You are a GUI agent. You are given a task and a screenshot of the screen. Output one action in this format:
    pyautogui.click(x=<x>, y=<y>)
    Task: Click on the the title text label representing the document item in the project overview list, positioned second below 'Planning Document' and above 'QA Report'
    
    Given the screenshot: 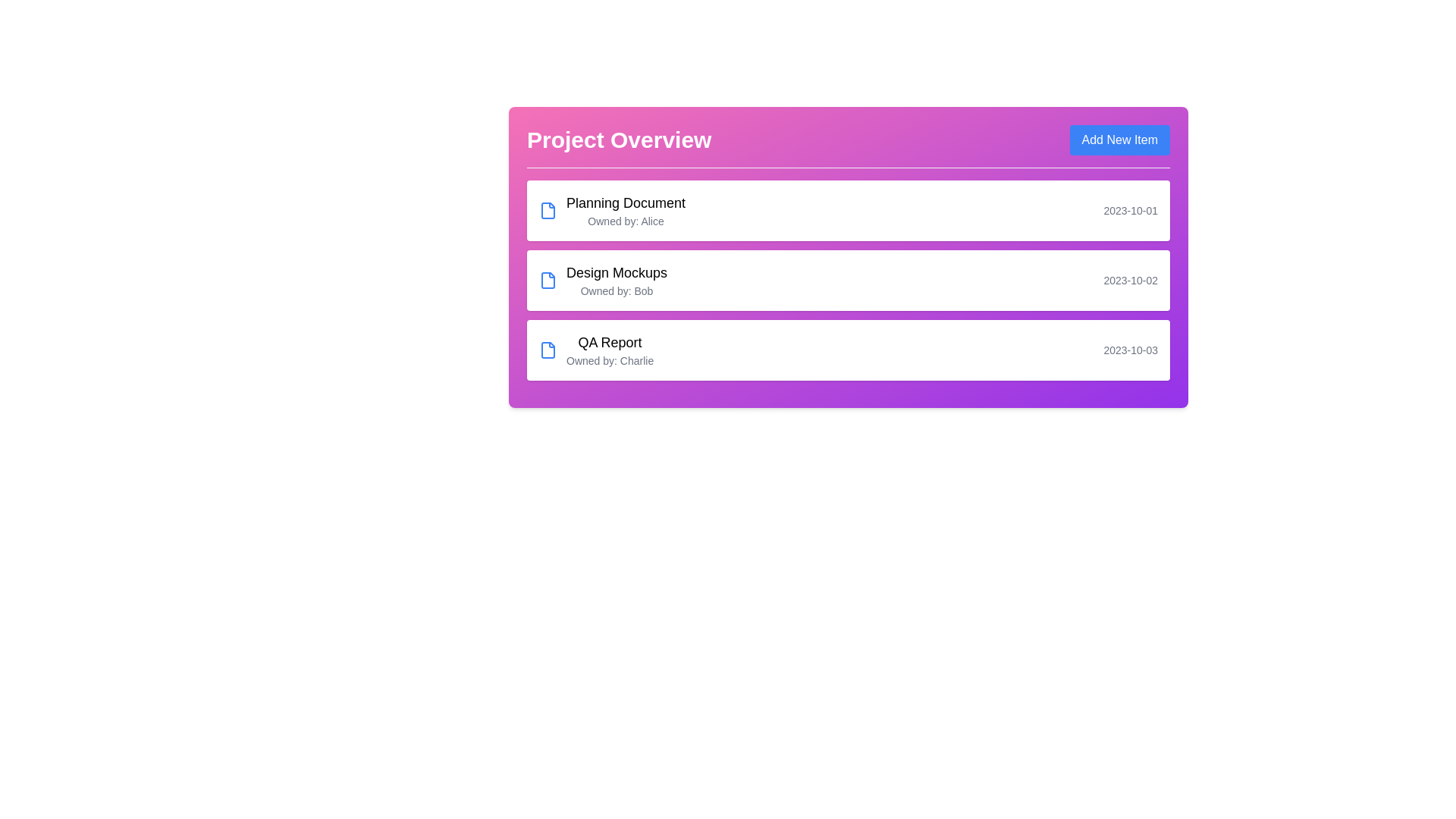 What is the action you would take?
    pyautogui.click(x=617, y=271)
    